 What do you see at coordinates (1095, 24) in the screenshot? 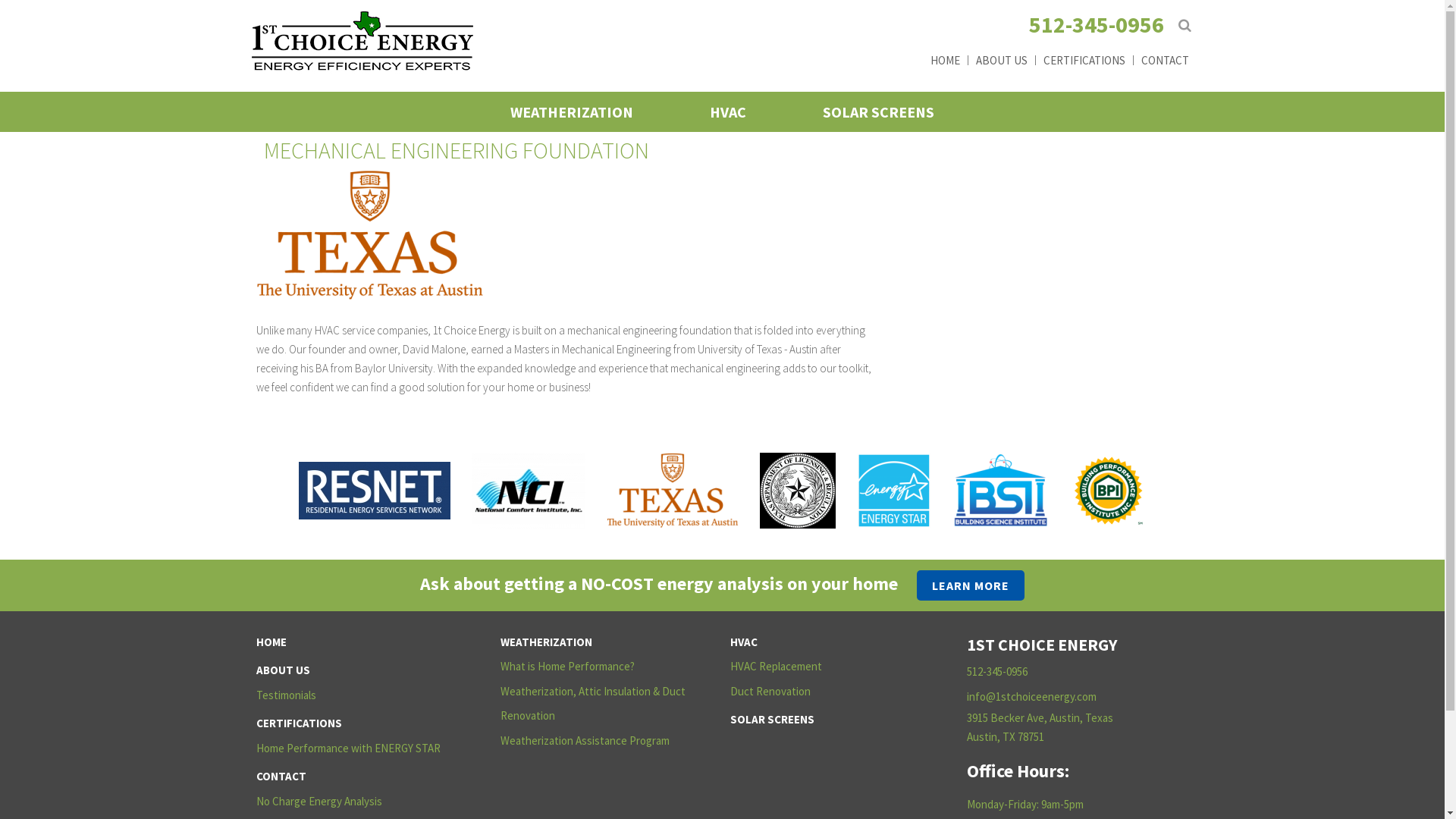
I see `'512-345-0956'` at bounding box center [1095, 24].